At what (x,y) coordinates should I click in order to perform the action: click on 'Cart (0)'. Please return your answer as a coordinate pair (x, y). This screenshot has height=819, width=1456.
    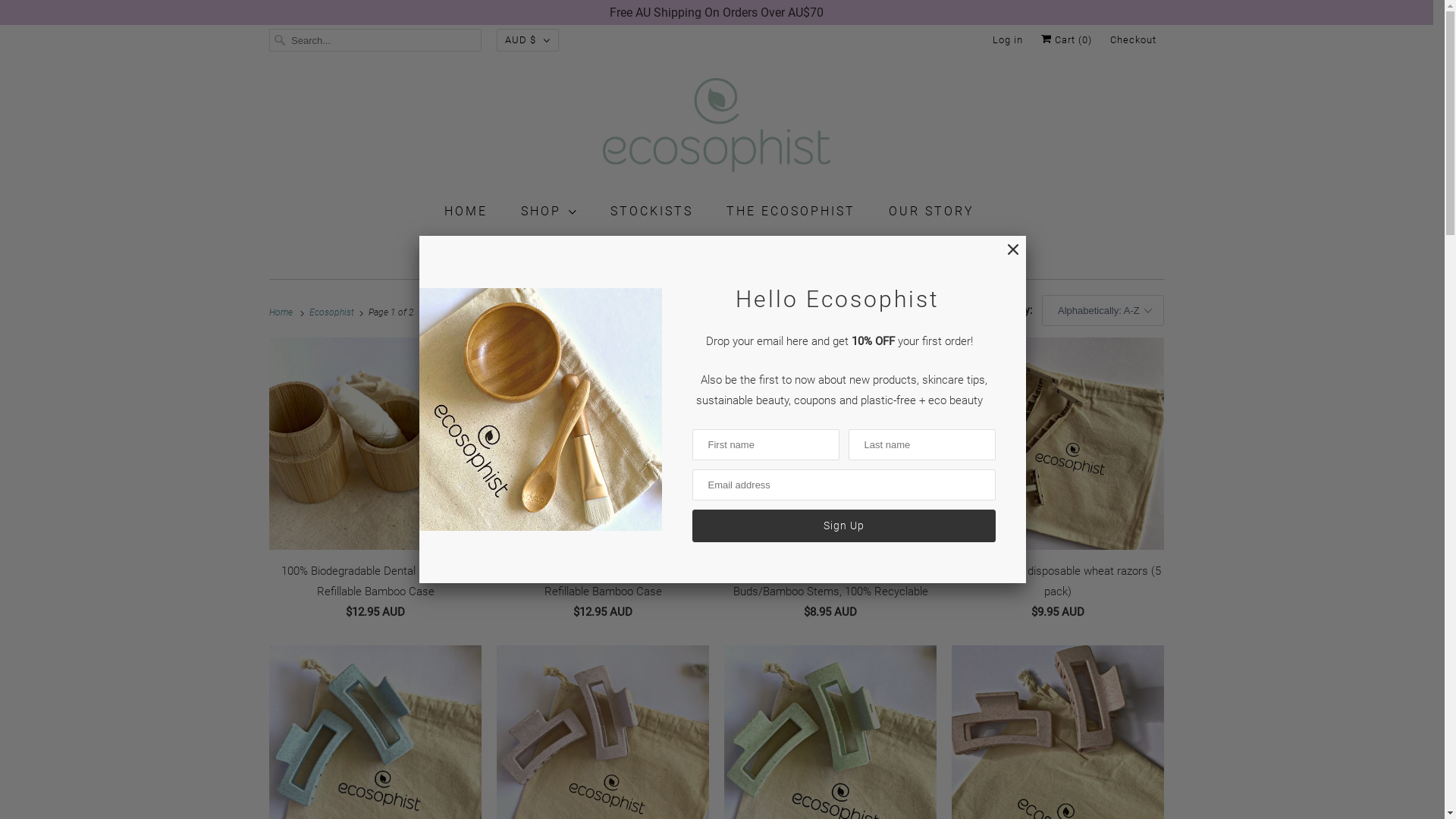
    Looking at the image, I should click on (1065, 39).